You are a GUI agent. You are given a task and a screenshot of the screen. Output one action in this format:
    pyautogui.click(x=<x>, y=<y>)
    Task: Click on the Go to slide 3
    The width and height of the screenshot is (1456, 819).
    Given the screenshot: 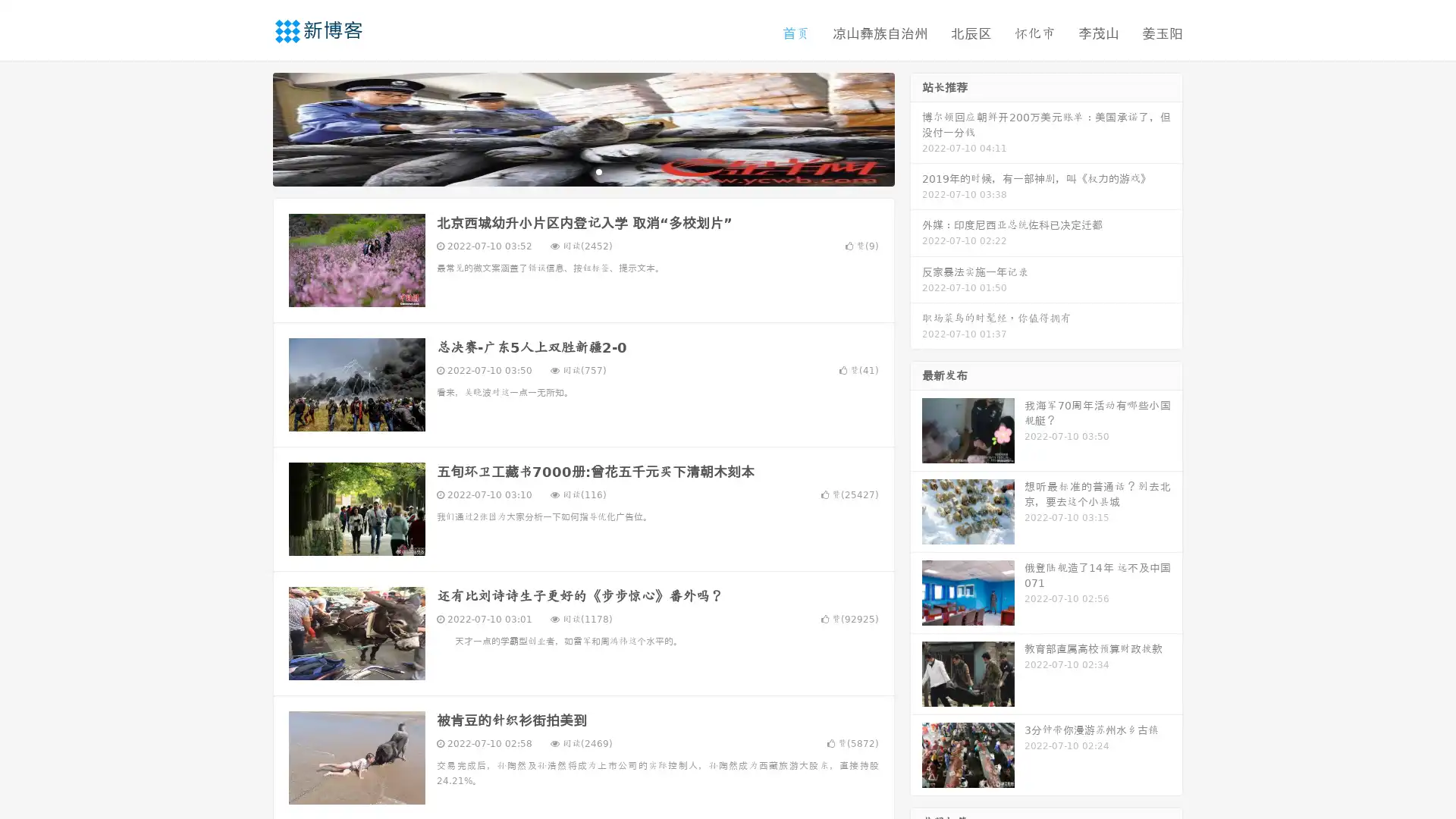 What is the action you would take?
    pyautogui.click(x=598, y=171)
    